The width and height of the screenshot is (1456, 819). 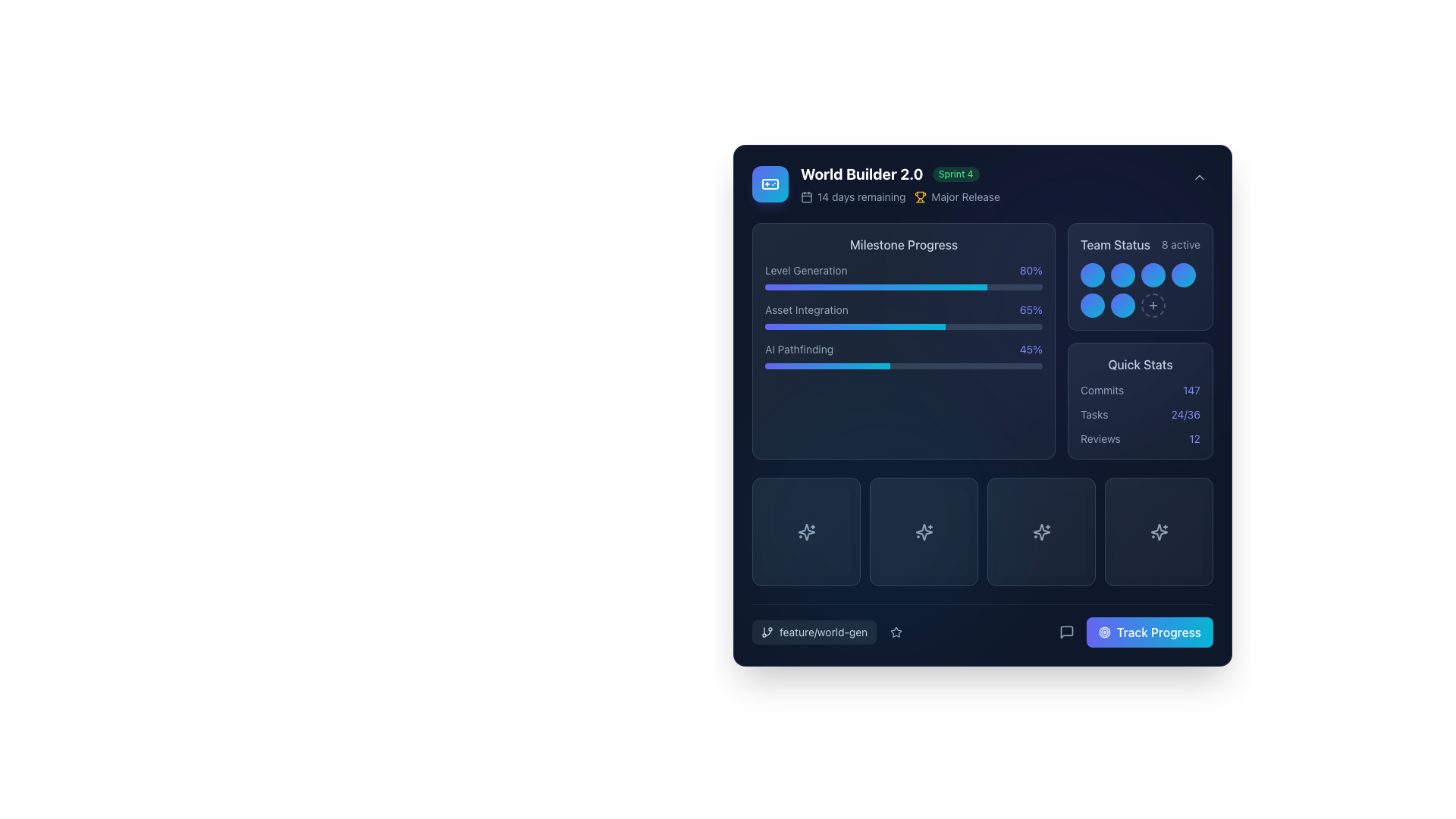 What do you see at coordinates (1140, 415) in the screenshot?
I see `the Progress indicator element labeled 'Tasks 24/36', located in the 'Quick Stats' section` at bounding box center [1140, 415].